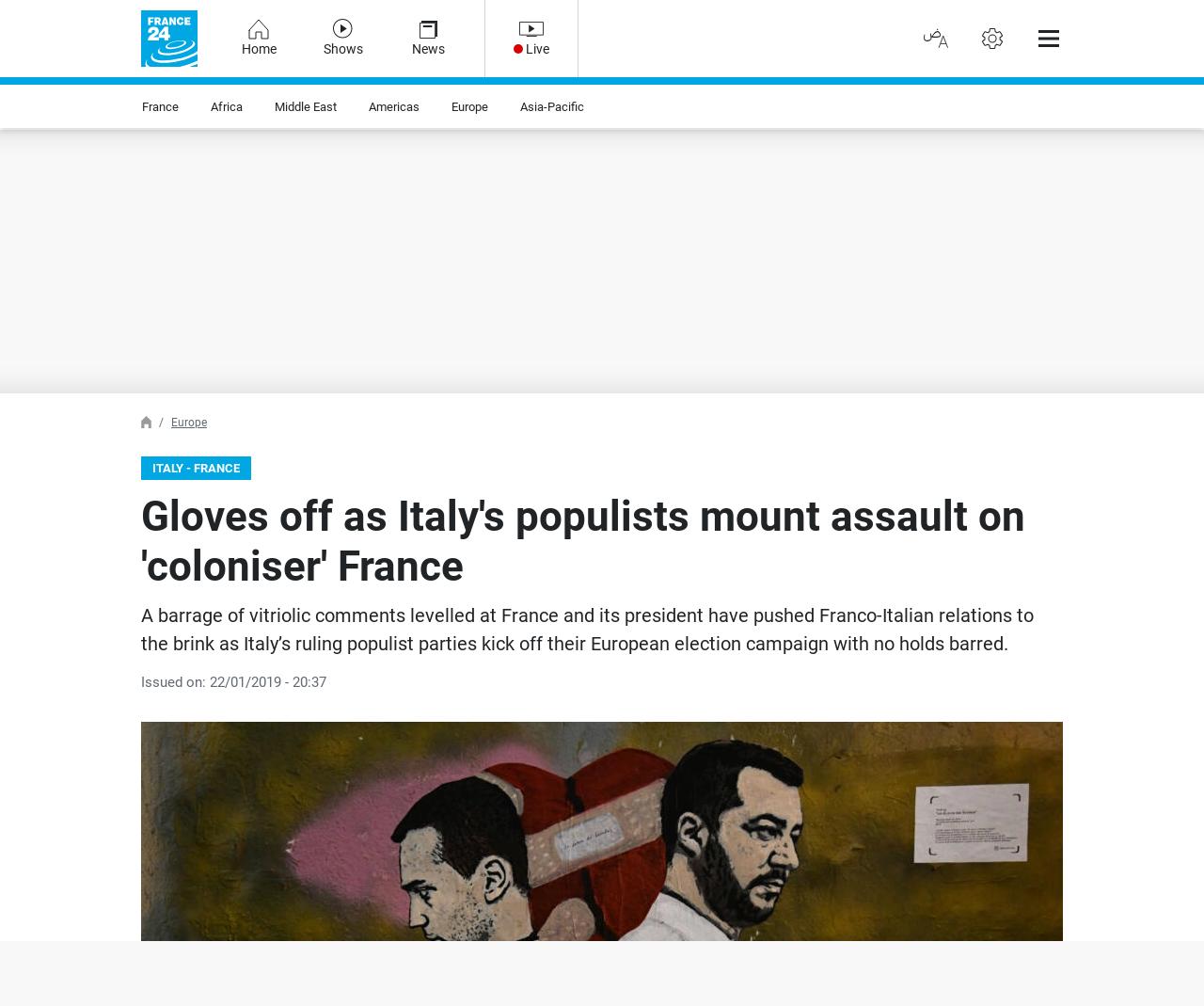  What do you see at coordinates (138, 117) in the screenshot?
I see `'France Médias Monde websites'` at bounding box center [138, 117].